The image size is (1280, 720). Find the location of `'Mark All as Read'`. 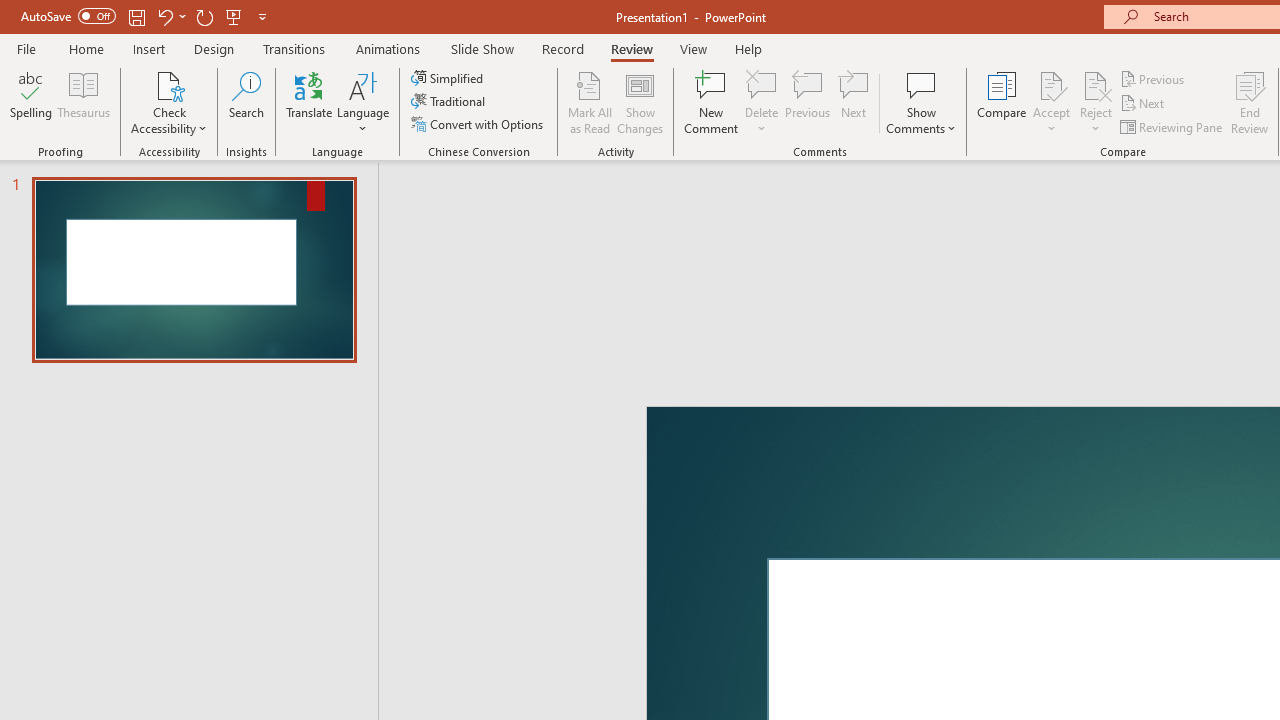

'Mark All as Read' is located at coordinates (589, 103).